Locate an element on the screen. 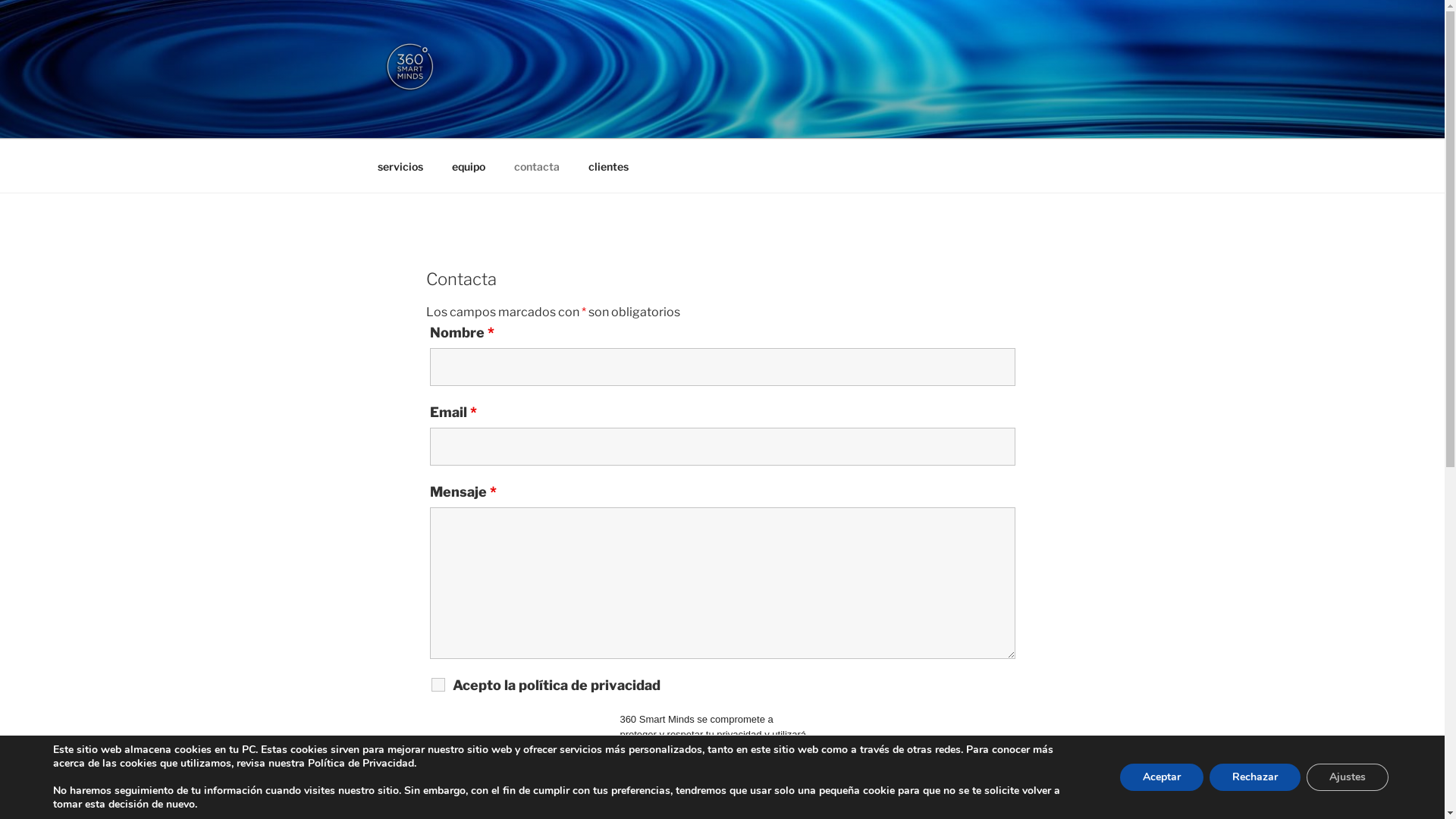  'servicios' is located at coordinates (400, 165).